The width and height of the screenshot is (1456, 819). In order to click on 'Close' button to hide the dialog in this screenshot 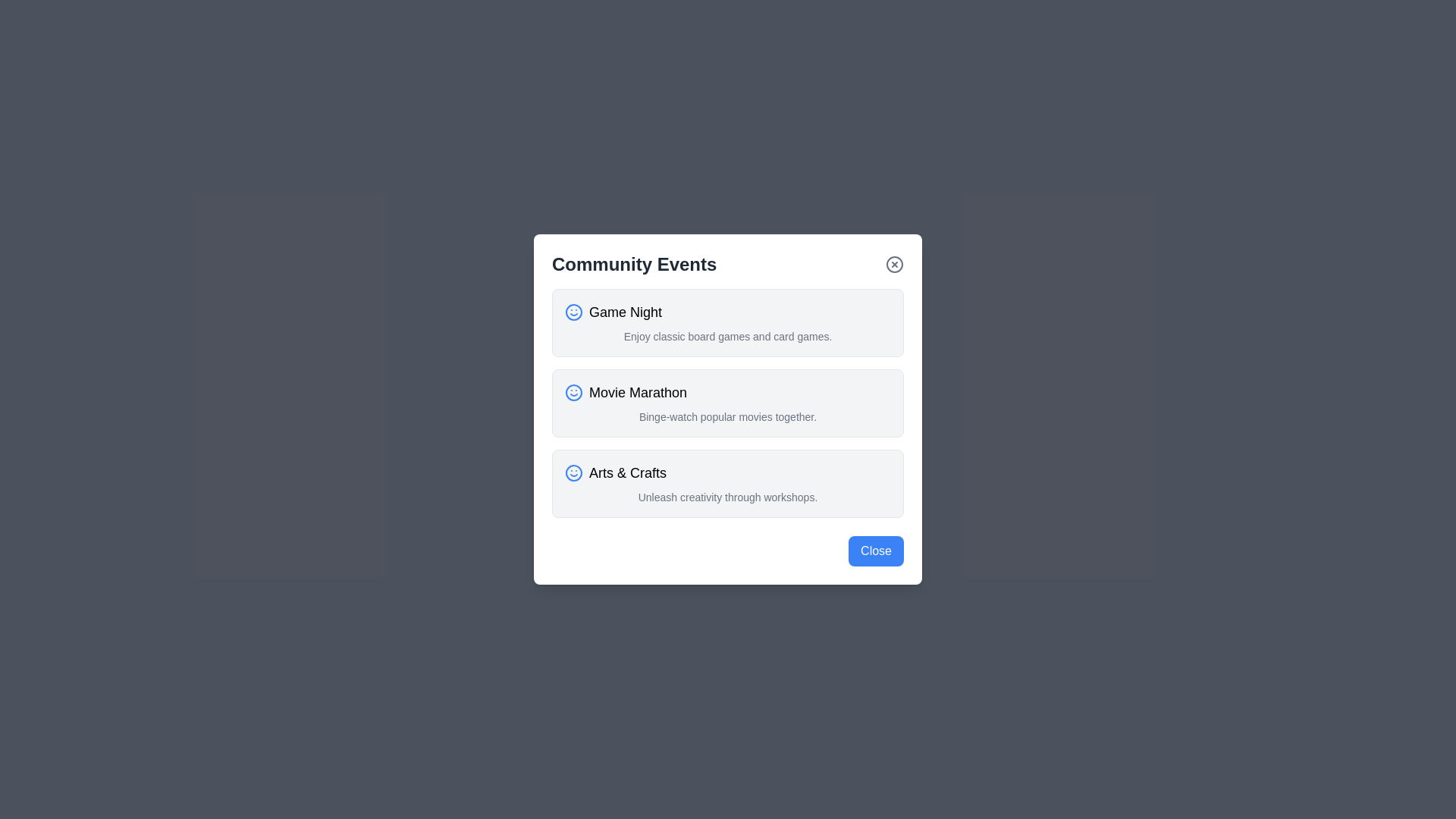, I will do `click(876, 551)`.